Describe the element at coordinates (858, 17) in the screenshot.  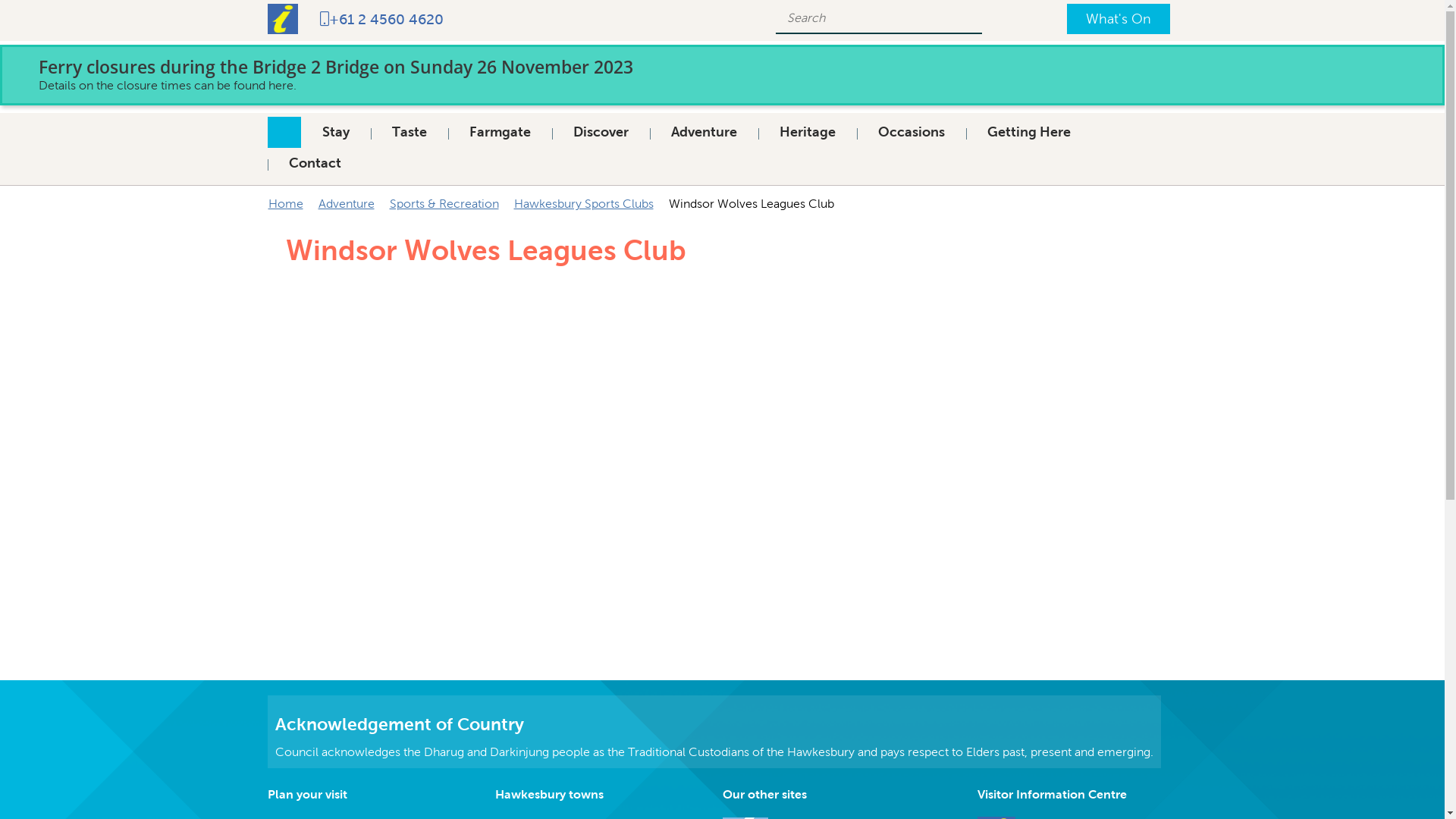
I see `'Search Field'` at that location.